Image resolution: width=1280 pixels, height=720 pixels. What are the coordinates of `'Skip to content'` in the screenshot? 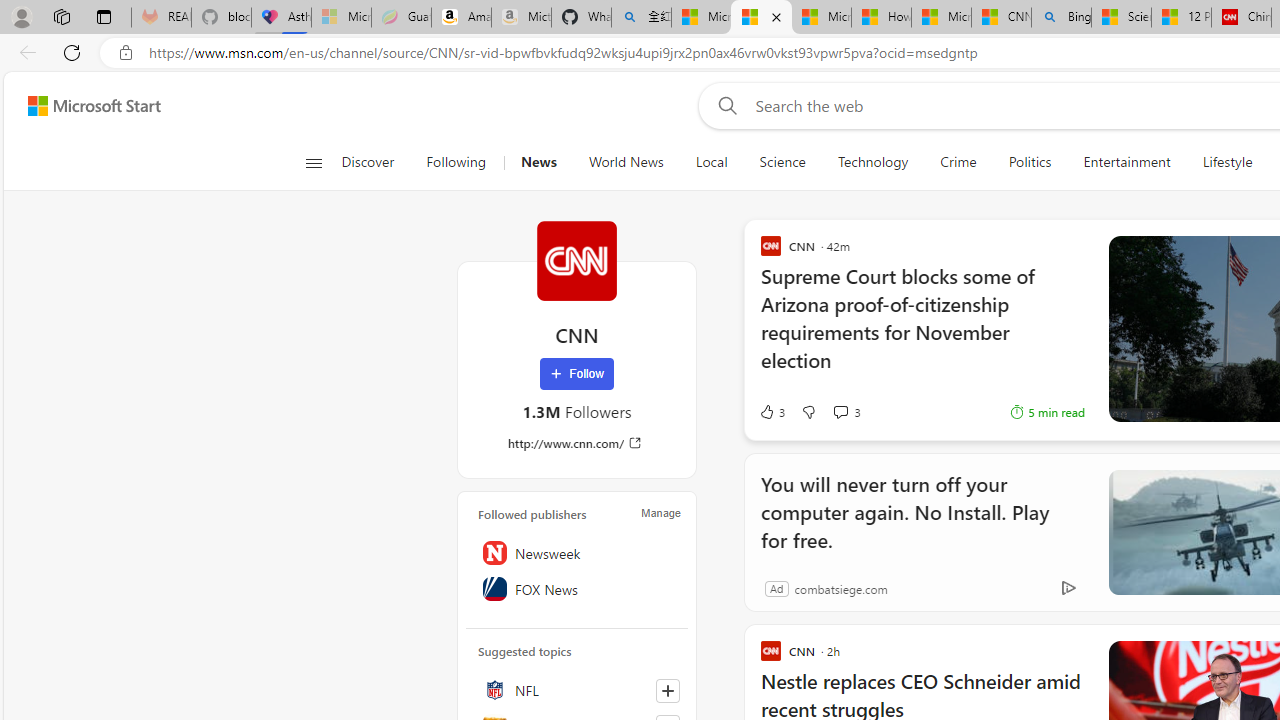 It's located at (86, 105).